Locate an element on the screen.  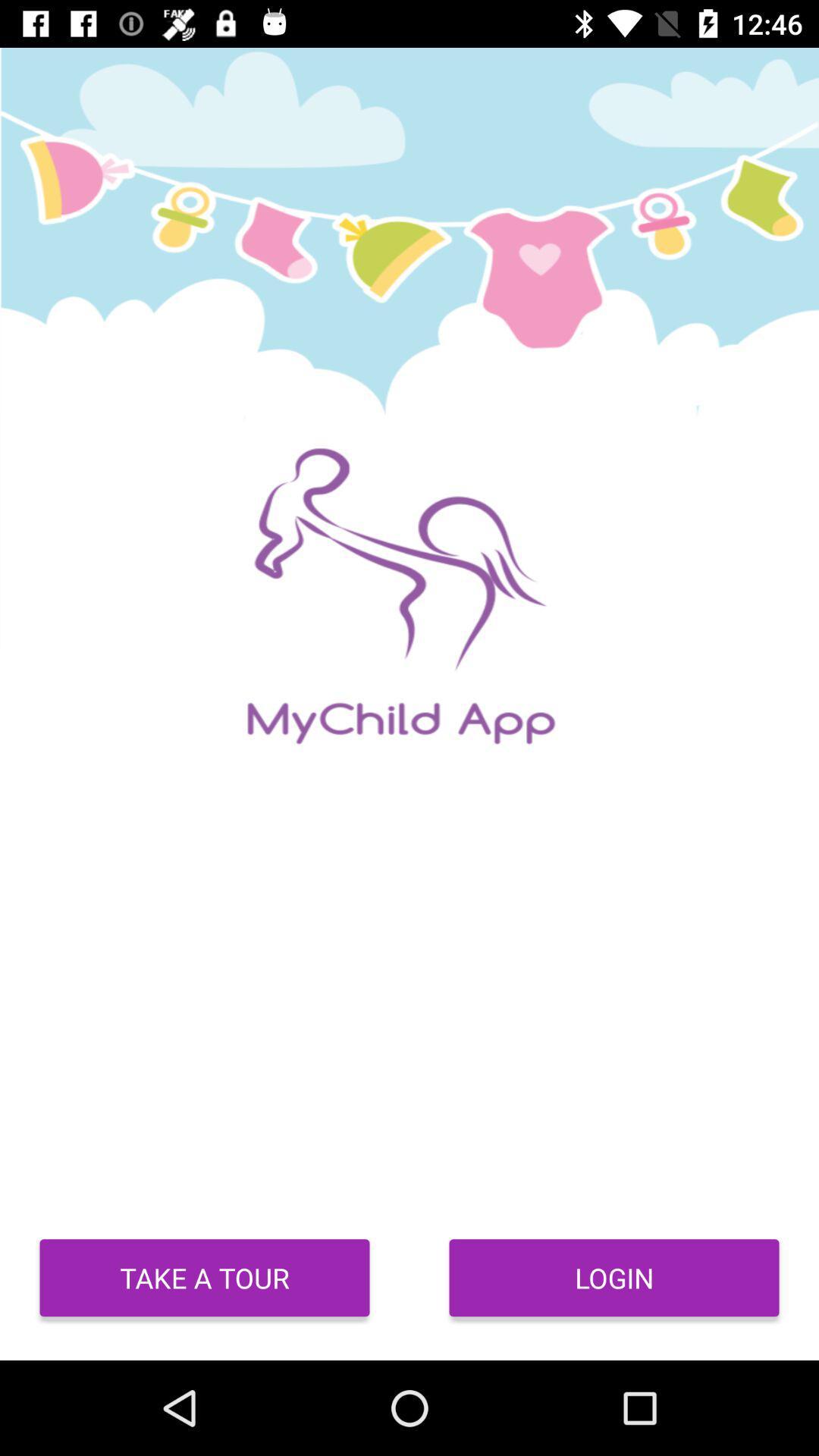
the icon to the right of the take a tour icon is located at coordinates (614, 1277).